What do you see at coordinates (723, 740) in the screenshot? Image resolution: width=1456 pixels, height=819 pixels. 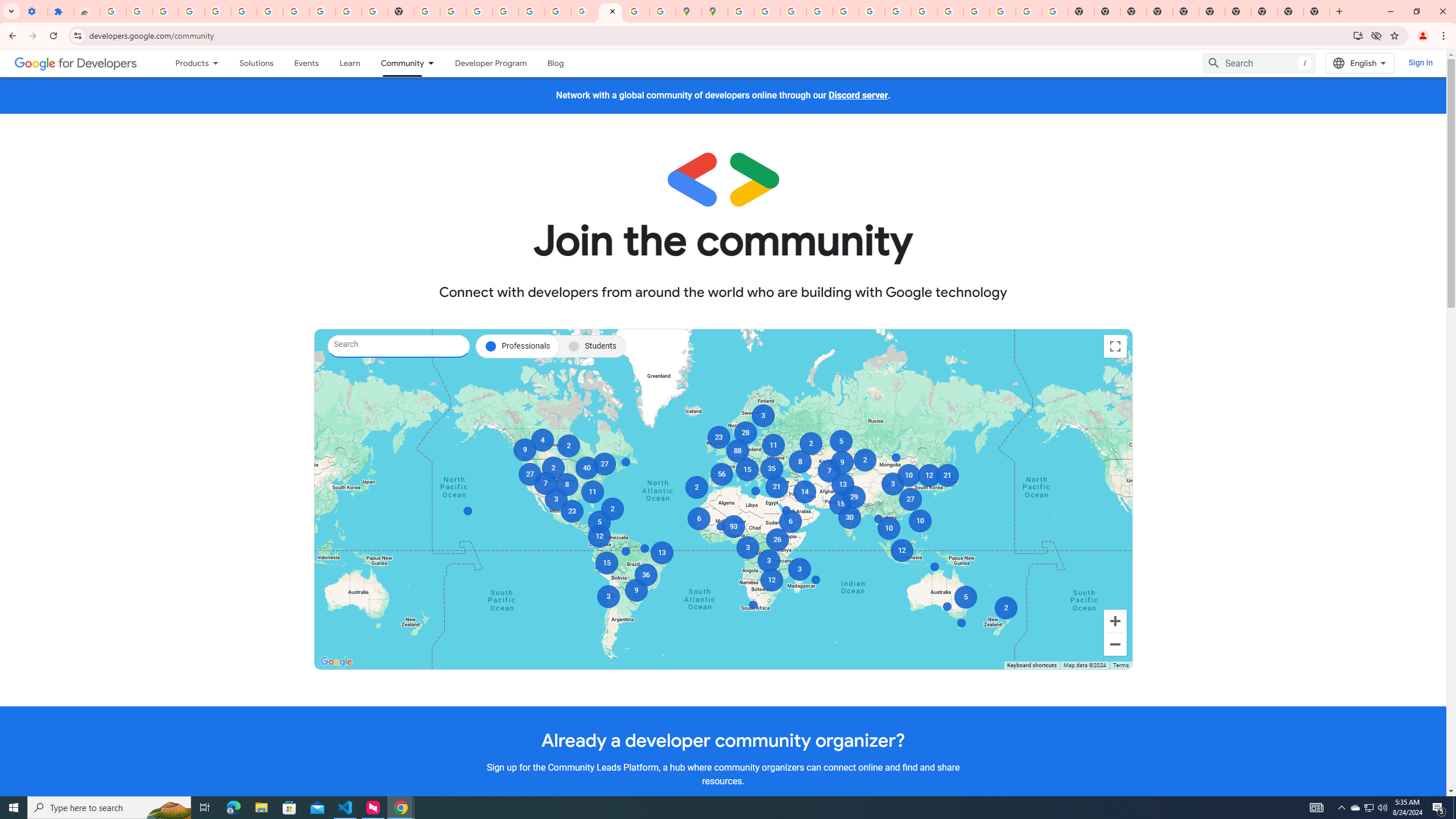 I see `'Already a developer community organizer?'` at bounding box center [723, 740].